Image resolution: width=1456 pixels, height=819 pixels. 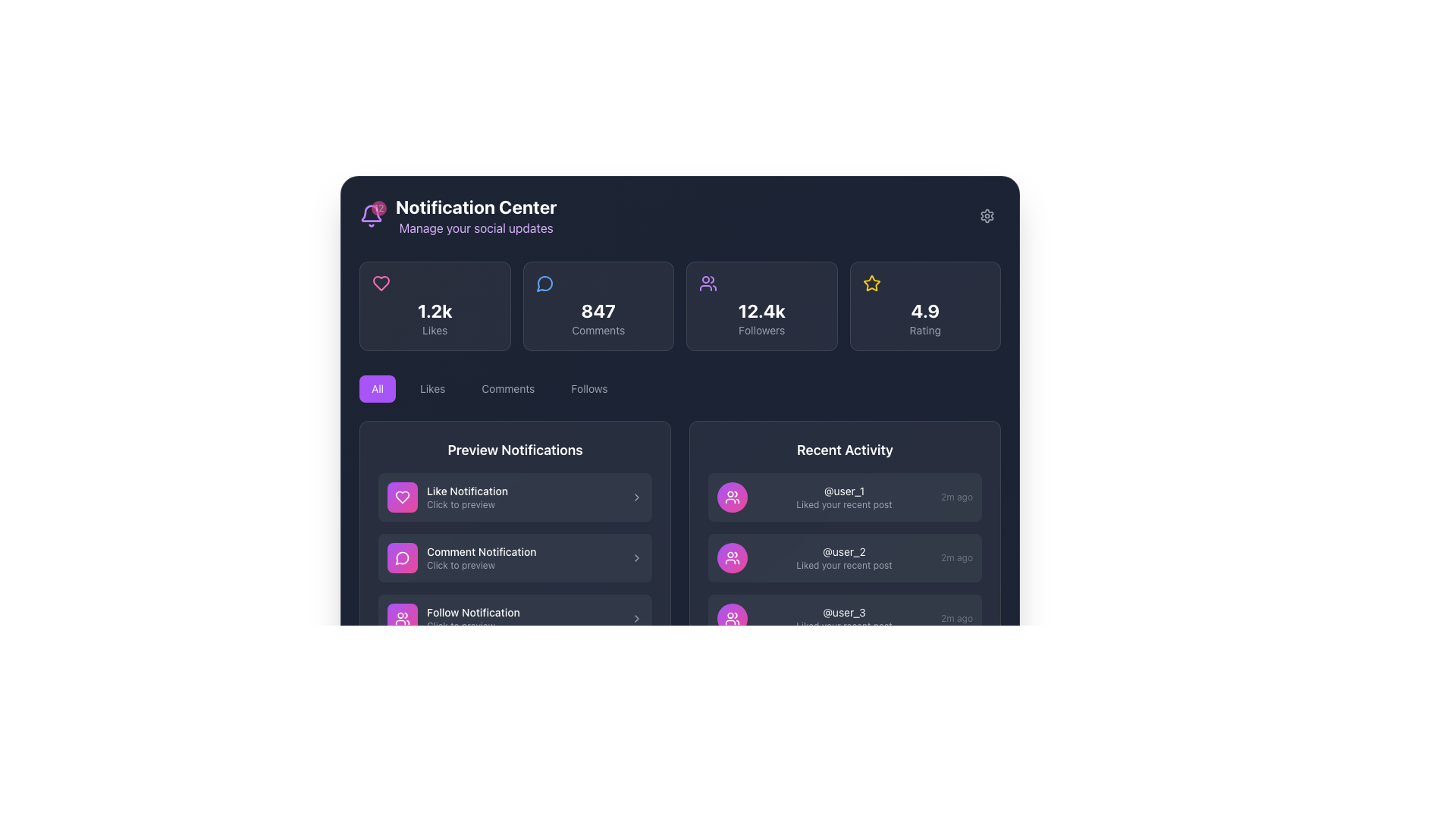 What do you see at coordinates (524, 678) in the screenshot?
I see `the fourth card in the 'Preview Notifications' section that summarizes the 'achievement Notification' and prompts the user to preview it` at bounding box center [524, 678].